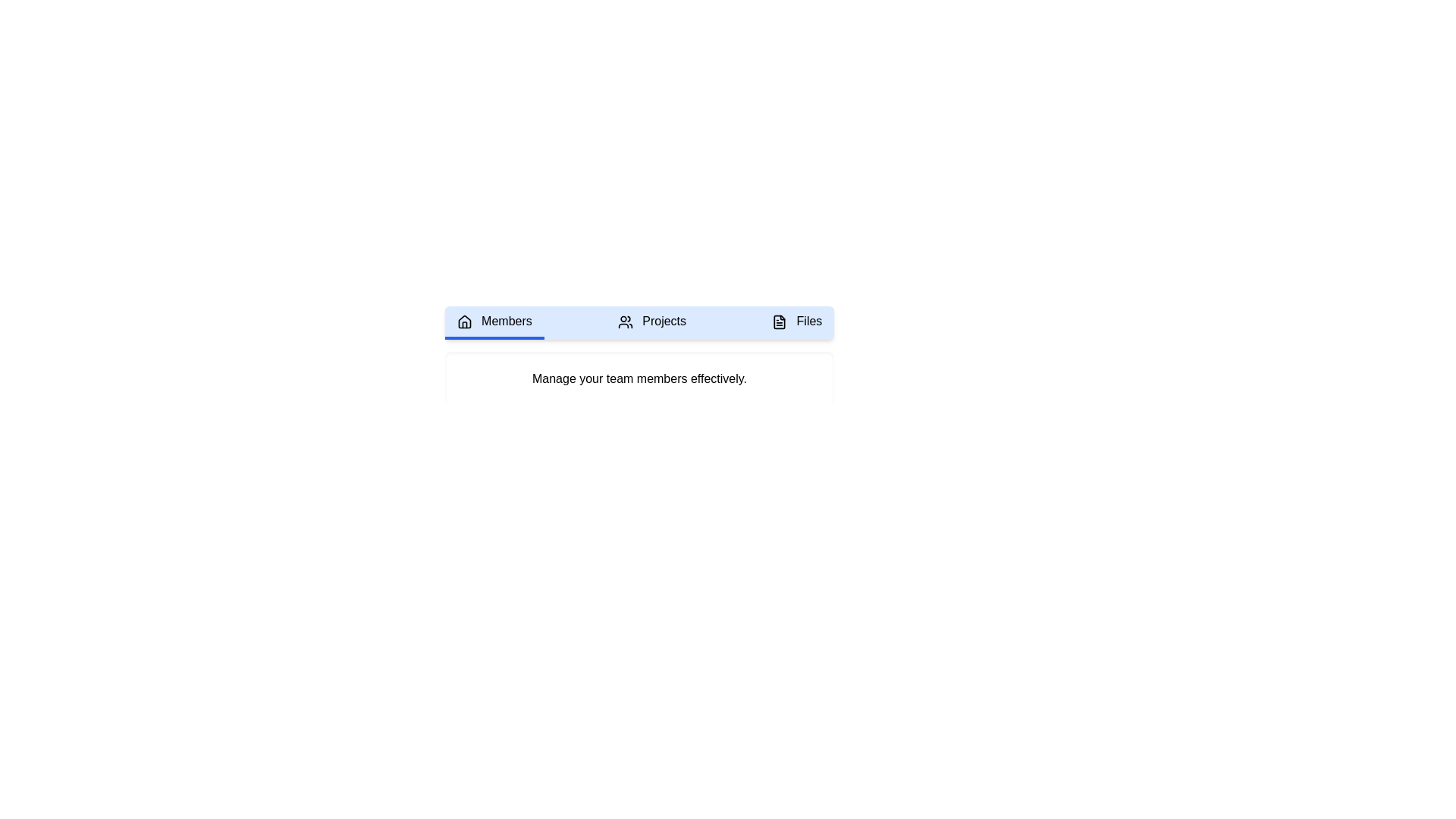 The image size is (1456, 819). I want to click on the text display box located below the navigation bar containing the 'Members', 'Projects', and 'Files' tabs, so click(639, 356).